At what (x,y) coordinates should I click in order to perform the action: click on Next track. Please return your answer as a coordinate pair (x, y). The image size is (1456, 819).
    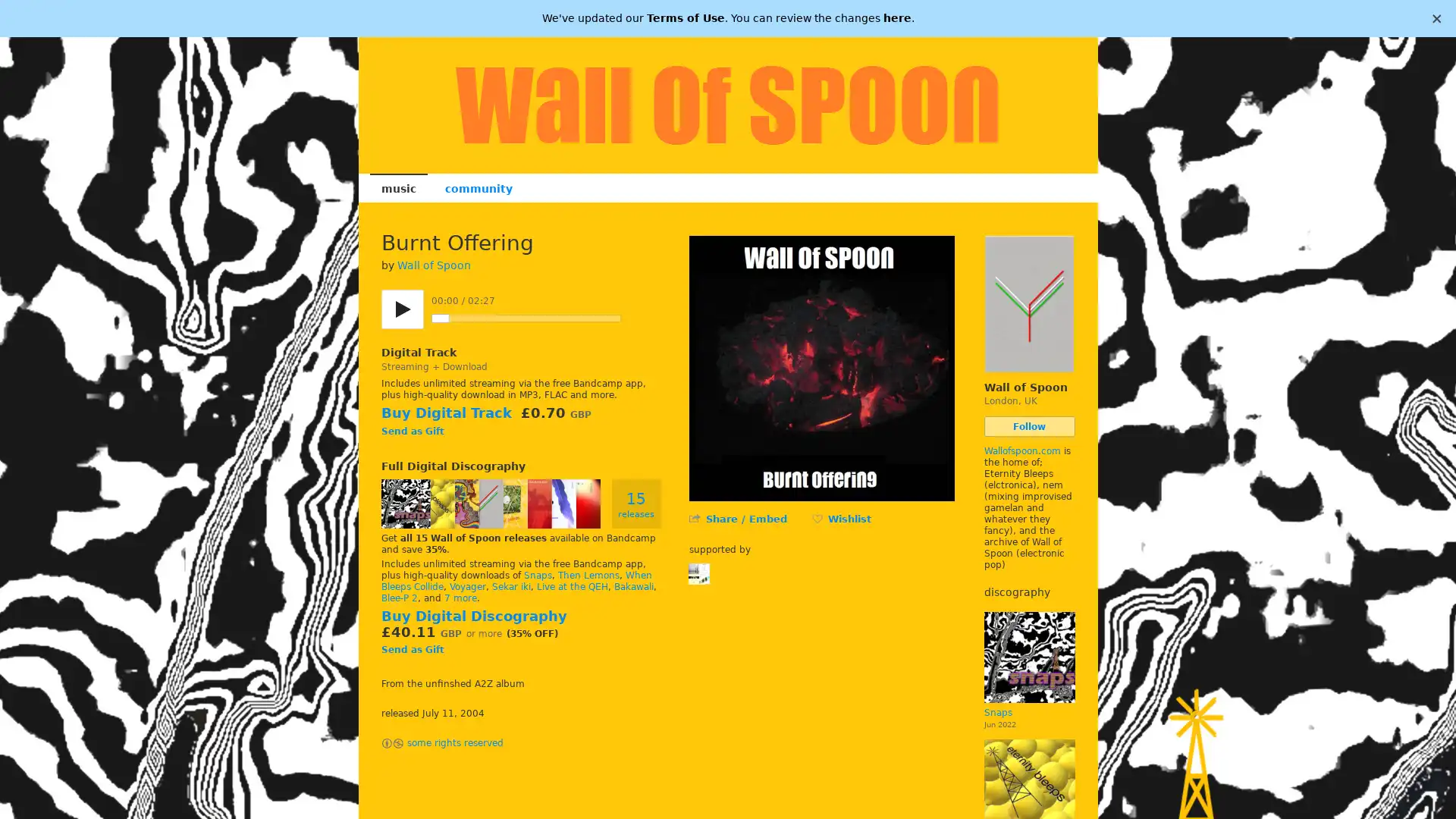
    Looking at the image, I should click on (658, 318).